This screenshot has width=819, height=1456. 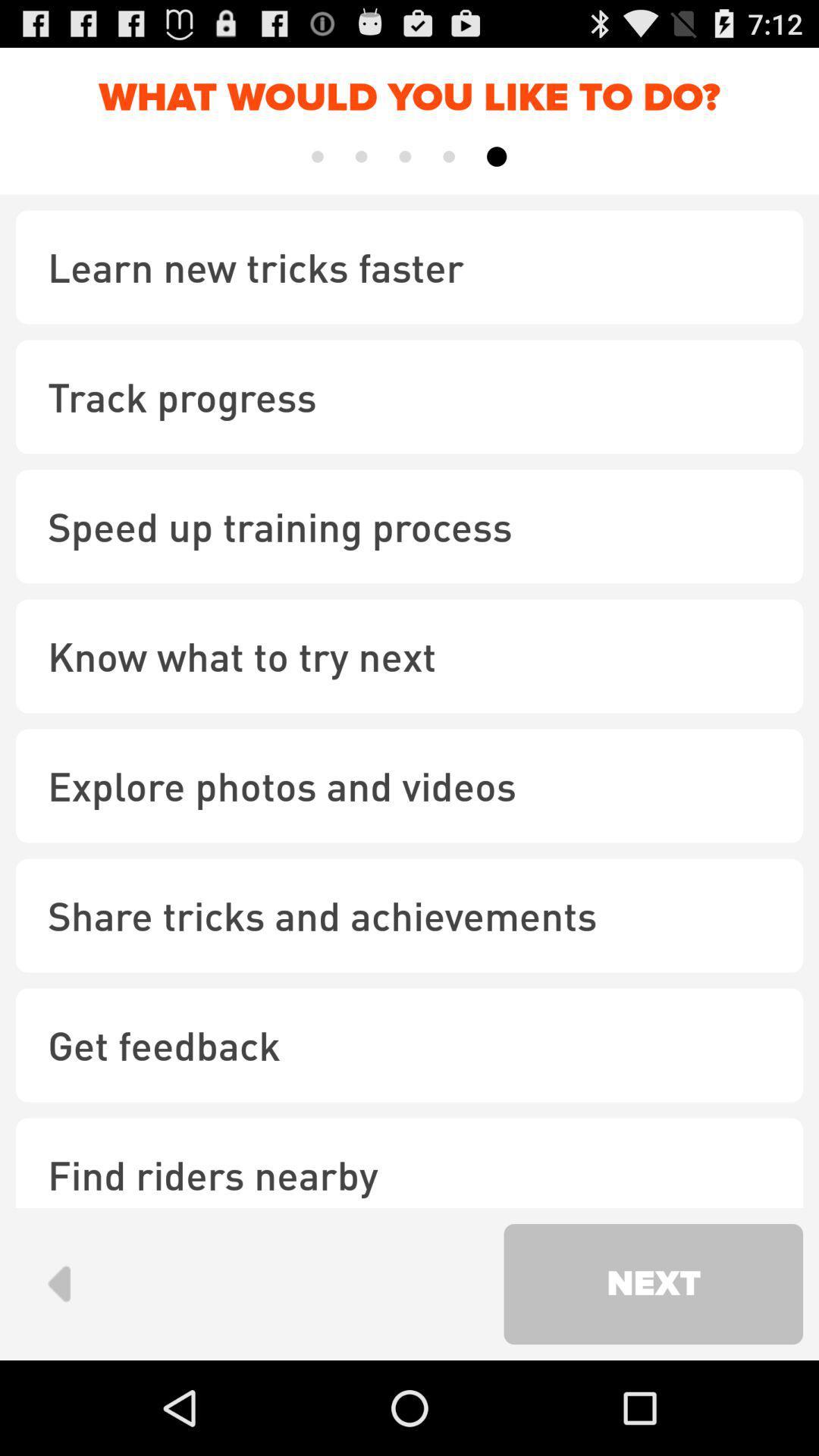 I want to click on item below track progress checkbox, so click(x=409, y=526).